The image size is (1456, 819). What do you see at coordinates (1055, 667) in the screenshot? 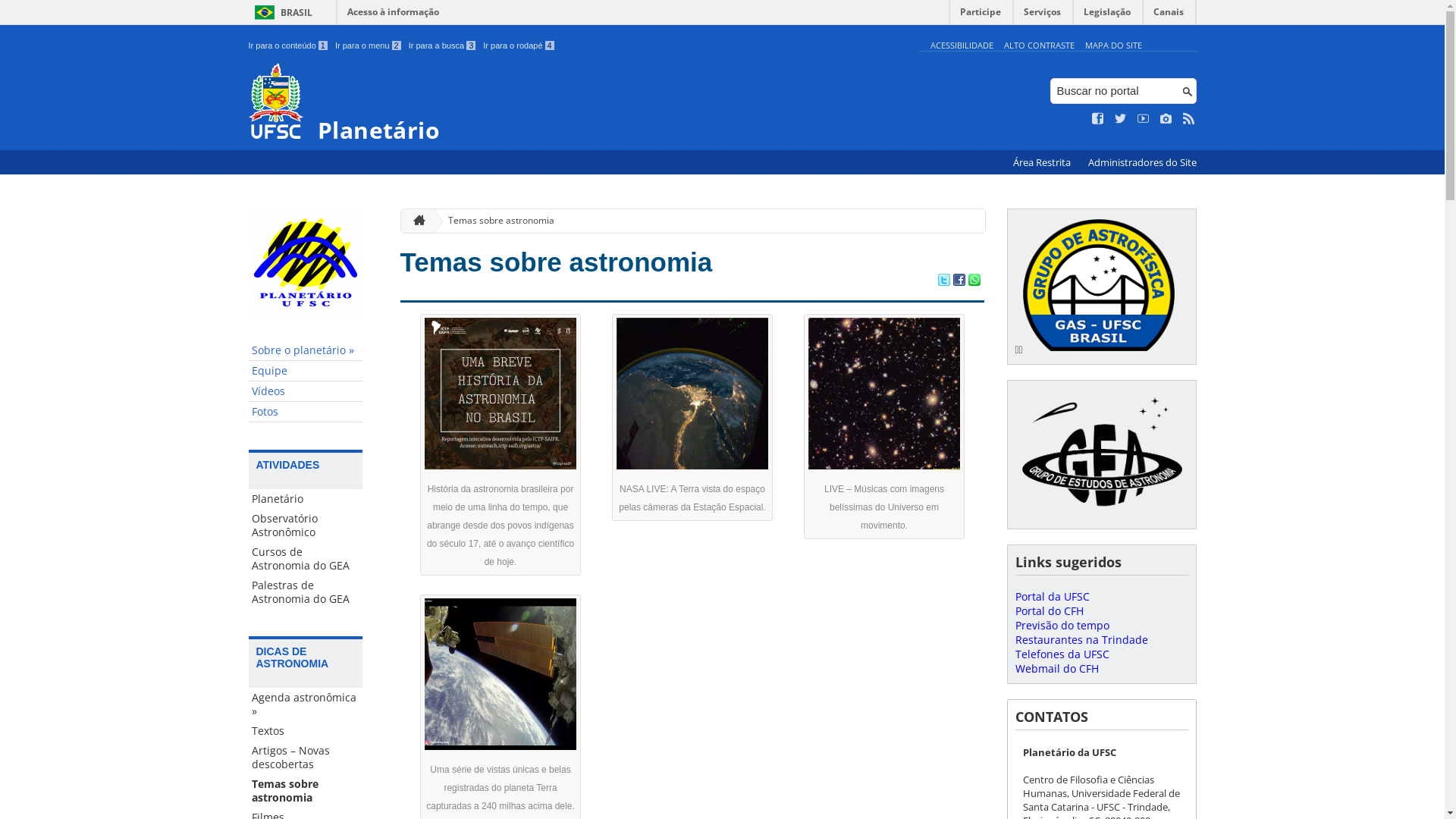
I see `'Webmail do CFH'` at bounding box center [1055, 667].